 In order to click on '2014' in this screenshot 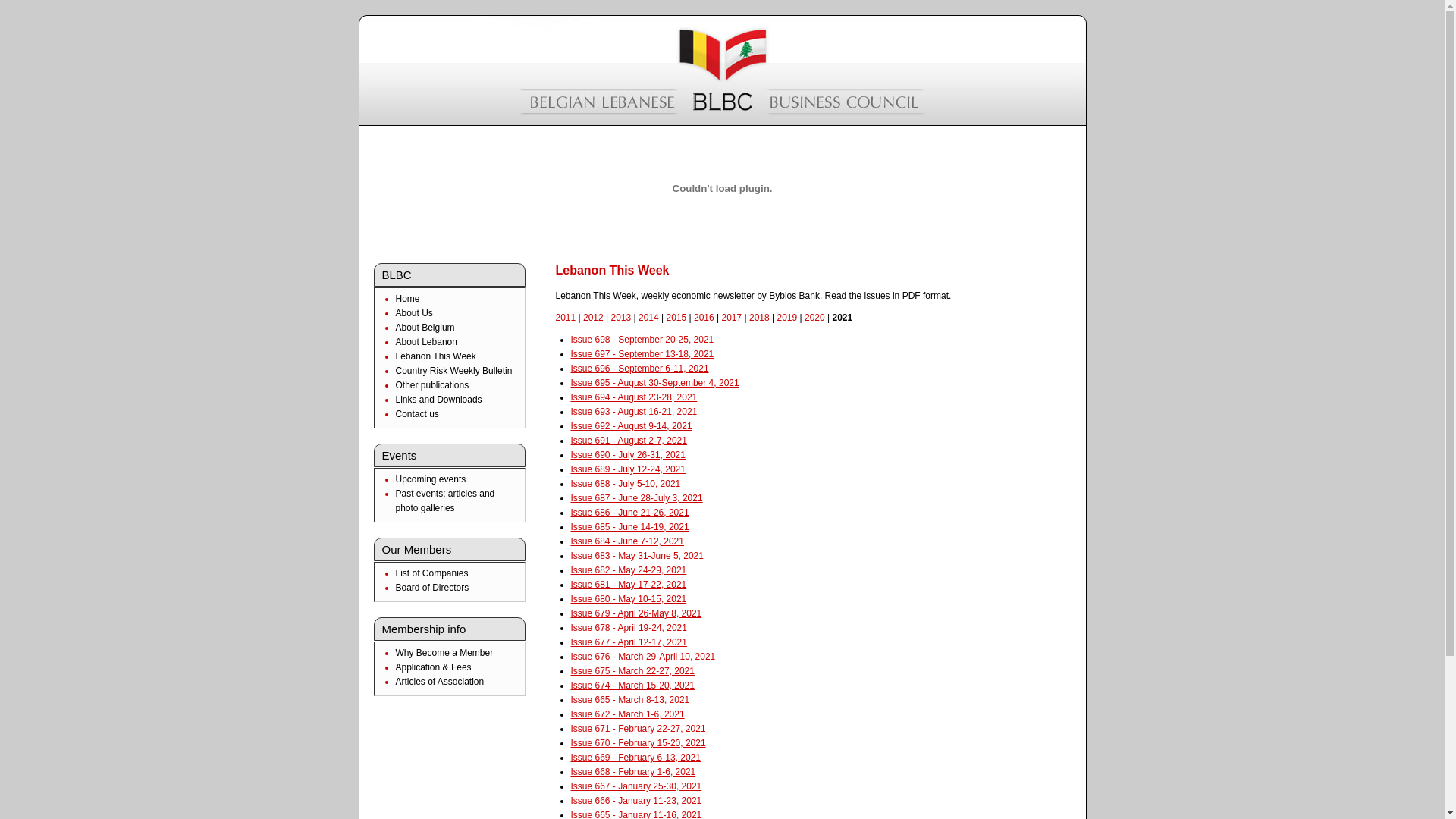, I will do `click(638, 317)`.